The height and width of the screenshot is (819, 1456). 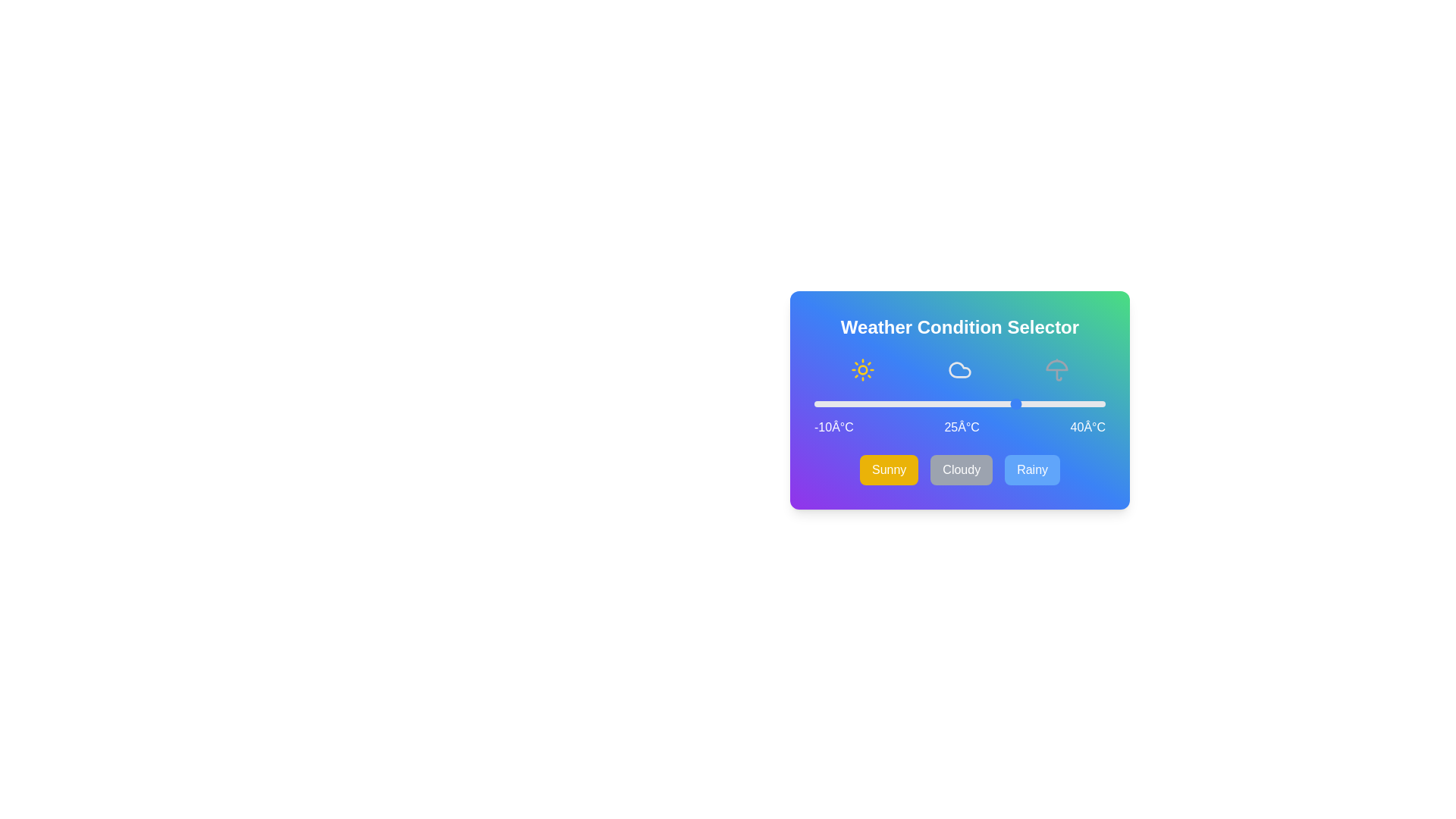 I want to click on the temperature slider to 27°C, so click(x=1030, y=403).